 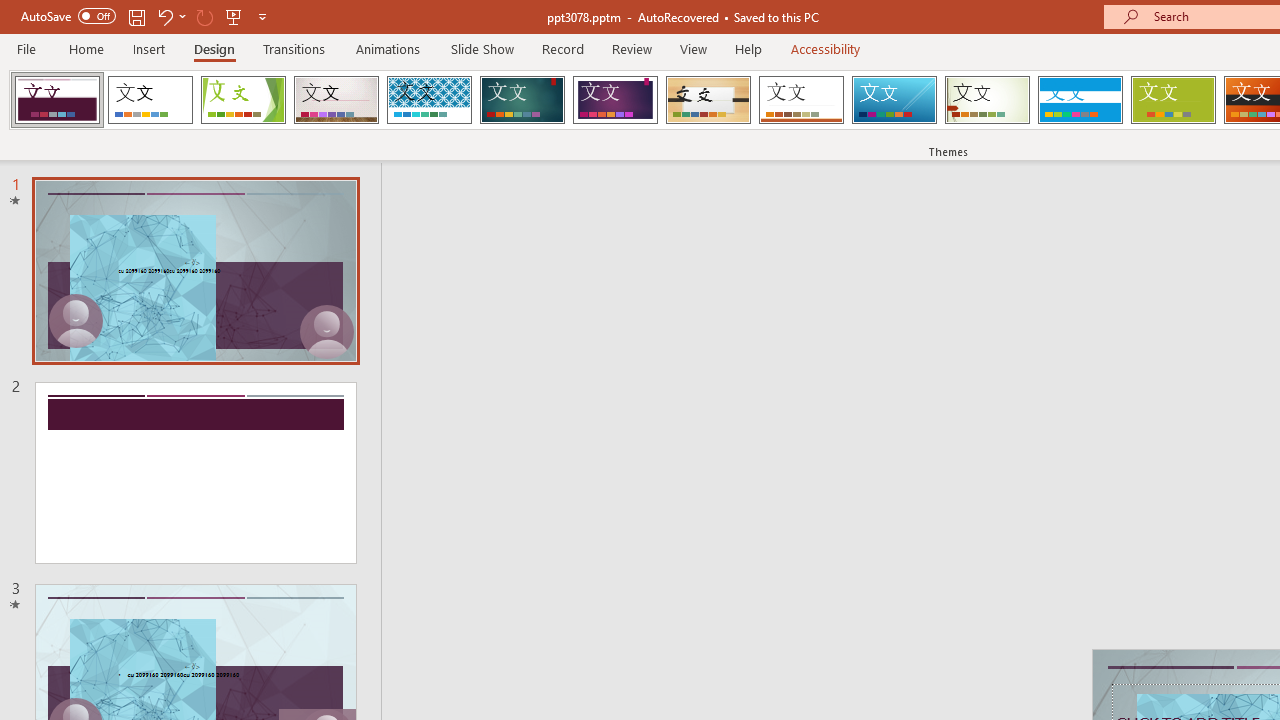 What do you see at coordinates (801, 100) in the screenshot?
I see `'Retrospect'` at bounding box center [801, 100].